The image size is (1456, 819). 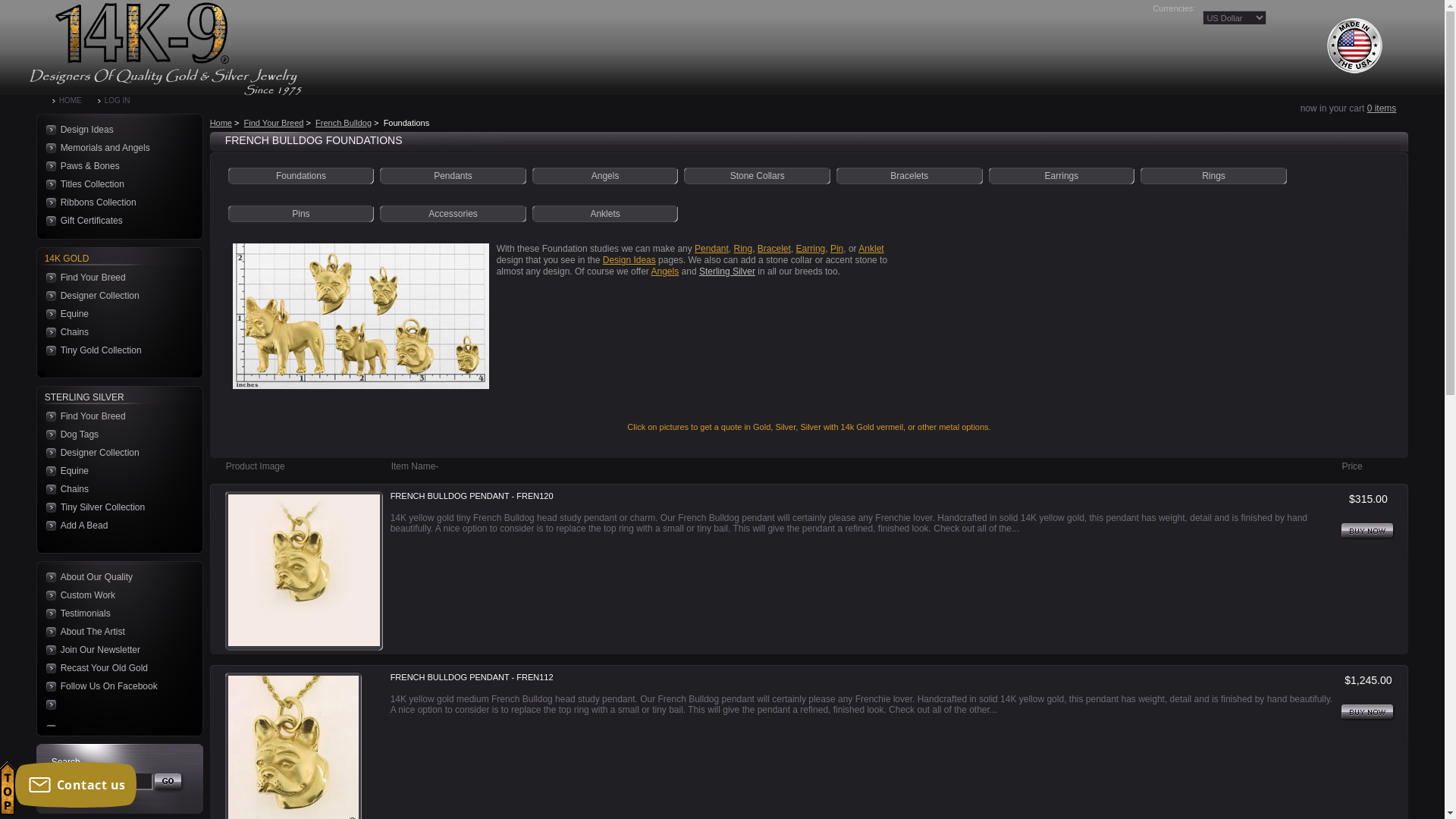 I want to click on 'About Our Quality', so click(x=43, y=576).